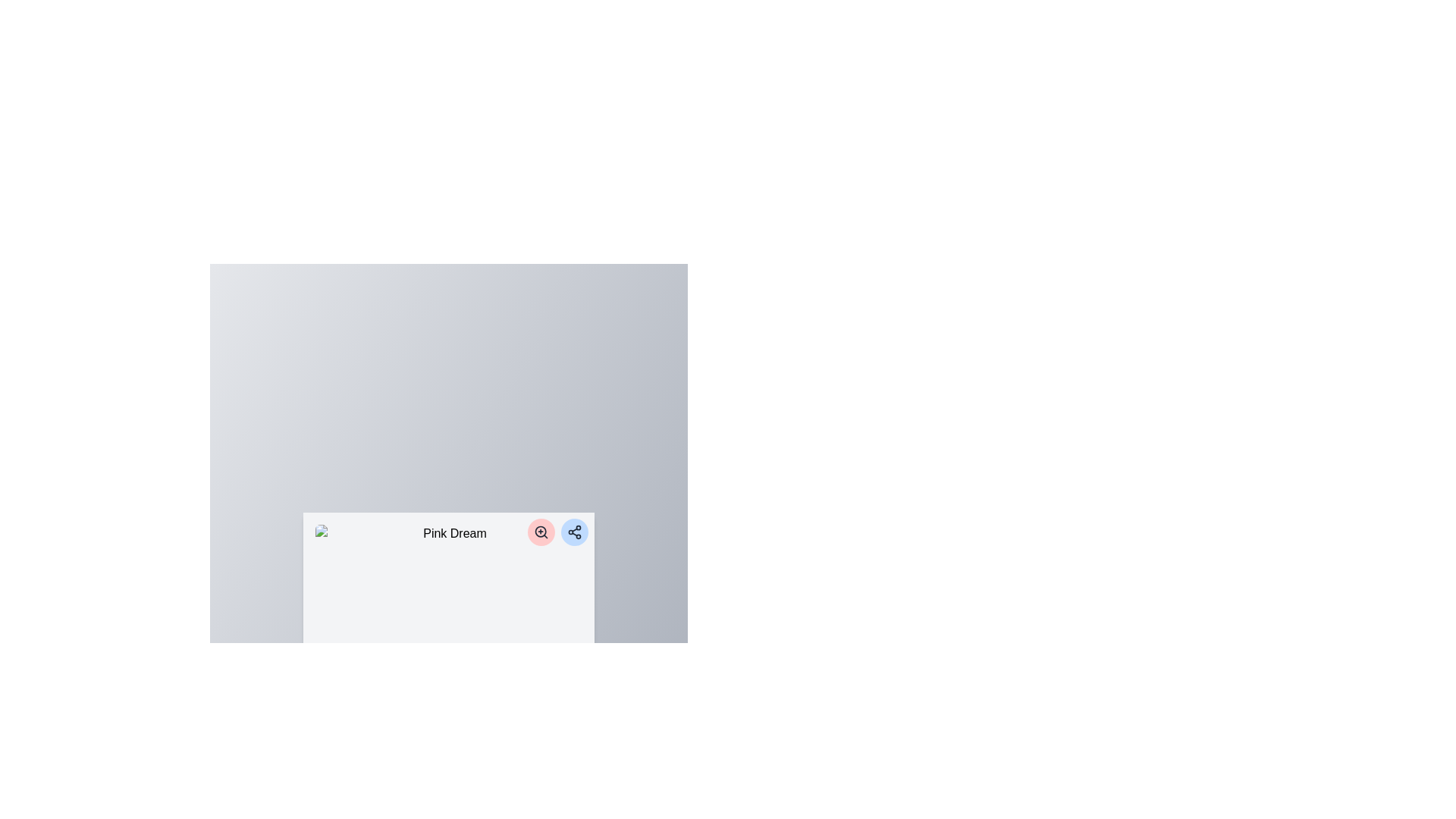 Image resolution: width=1456 pixels, height=819 pixels. What do you see at coordinates (541, 532) in the screenshot?
I see `the magnifier button located in the top right corner of the 'Pink Dream' section to zoom in on the associated content` at bounding box center [541, 532].